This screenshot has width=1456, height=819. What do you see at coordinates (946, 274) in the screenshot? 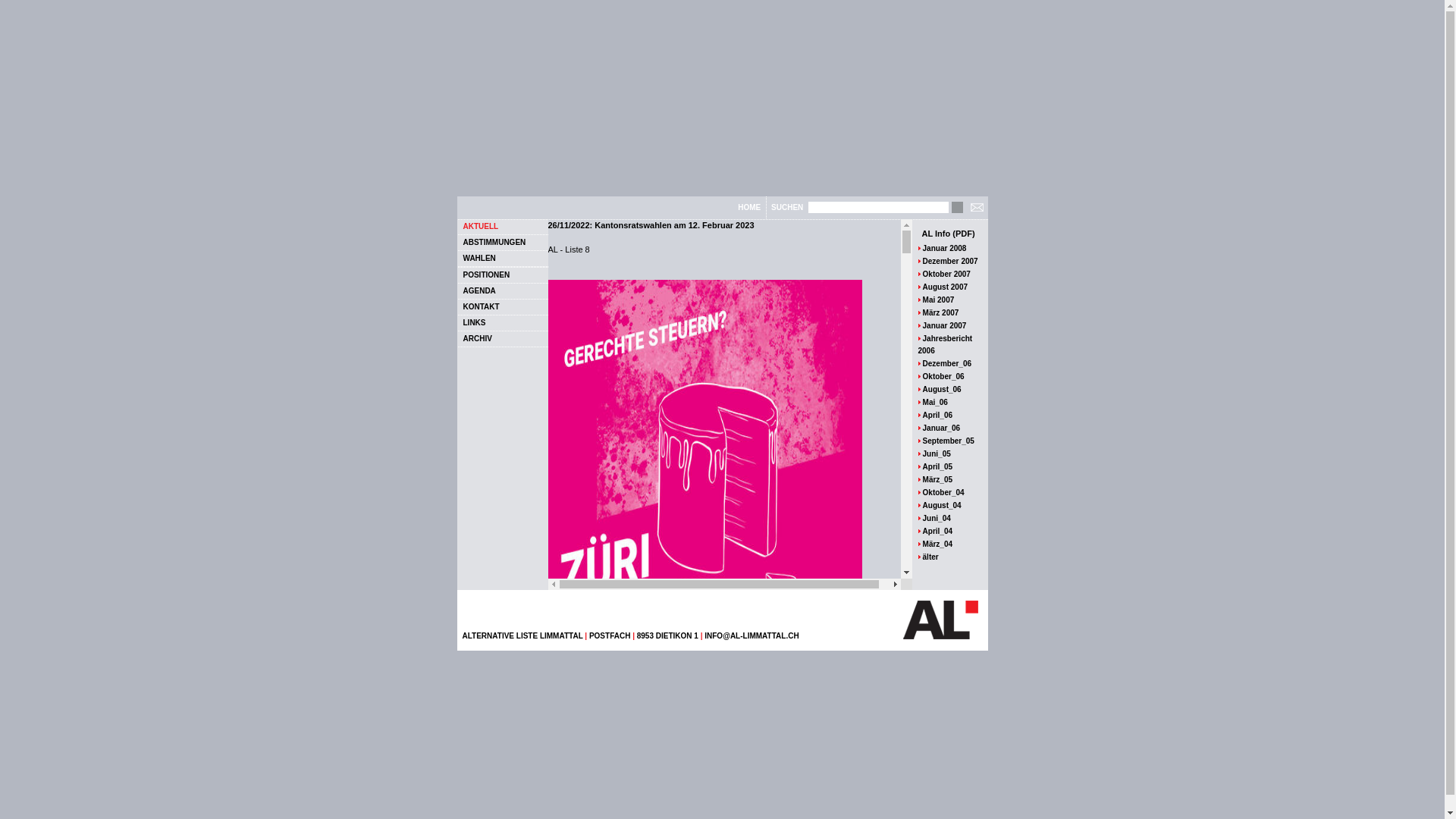
I see `'Oktober 2007'` at bounding box center [946, 274].